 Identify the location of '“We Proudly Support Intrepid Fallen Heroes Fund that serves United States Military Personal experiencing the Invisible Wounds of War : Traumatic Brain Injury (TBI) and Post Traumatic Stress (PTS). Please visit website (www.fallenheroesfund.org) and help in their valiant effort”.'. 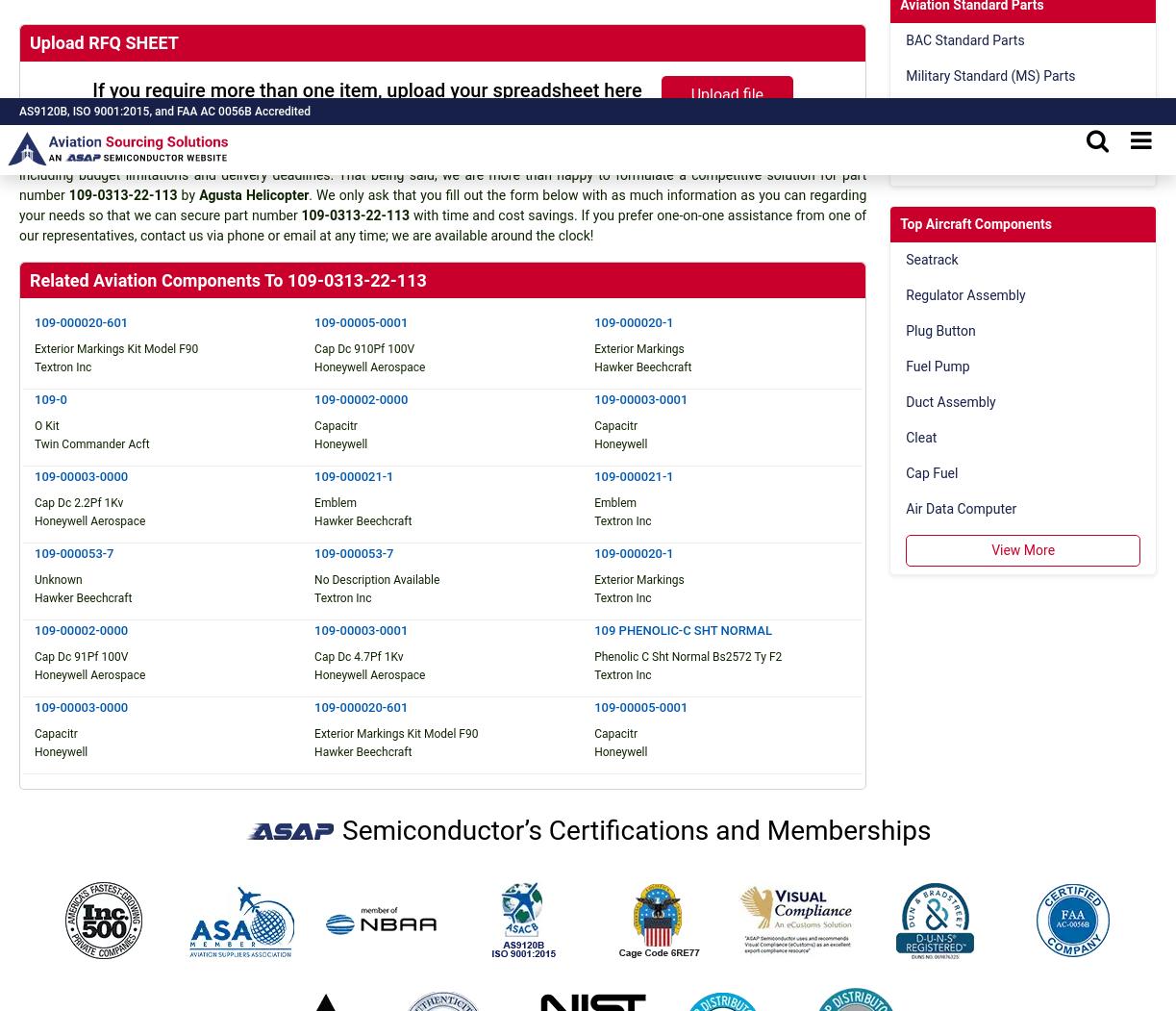
(876, 221).